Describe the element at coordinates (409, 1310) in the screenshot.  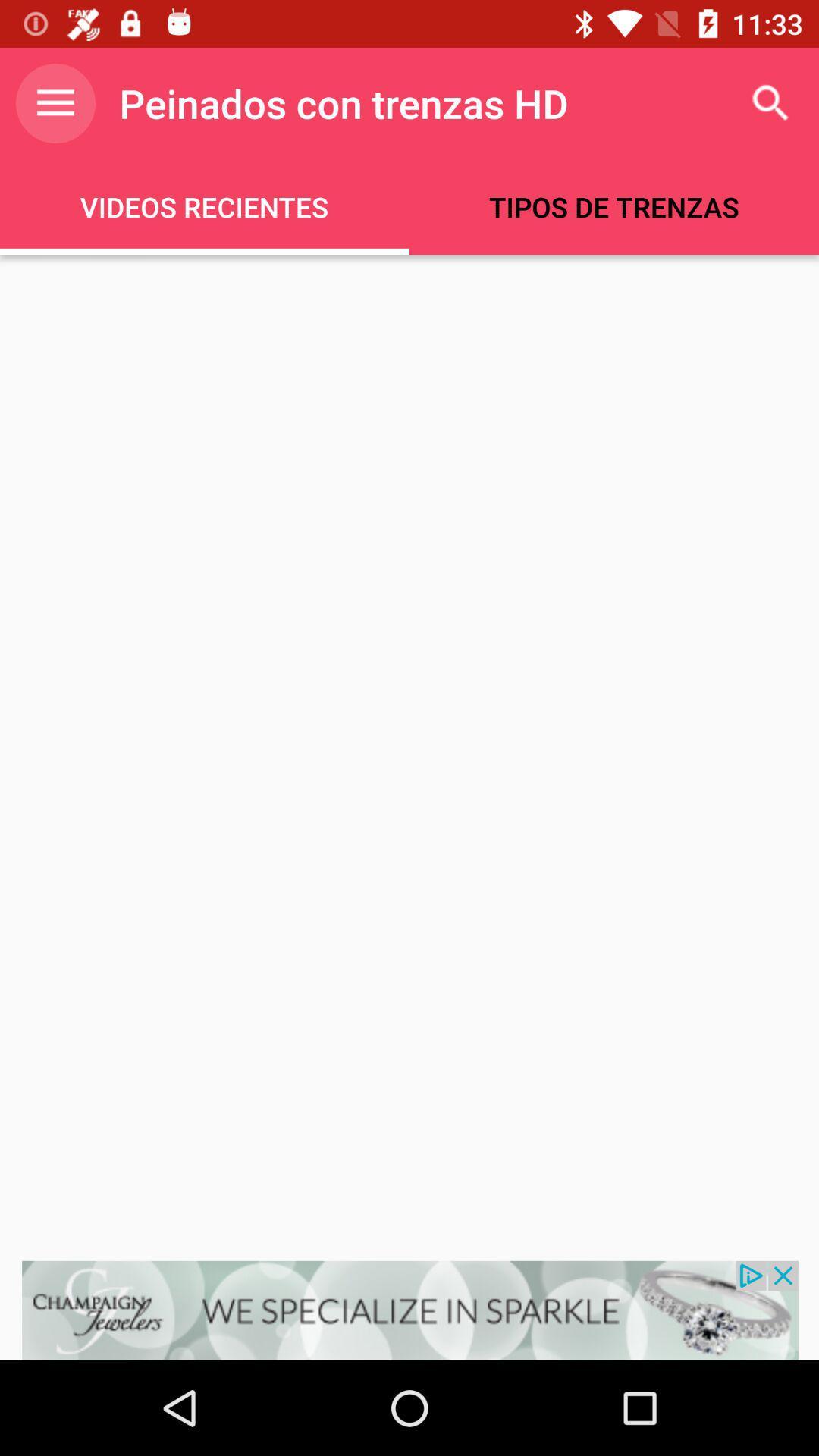
I see `advertisement link` at that location.